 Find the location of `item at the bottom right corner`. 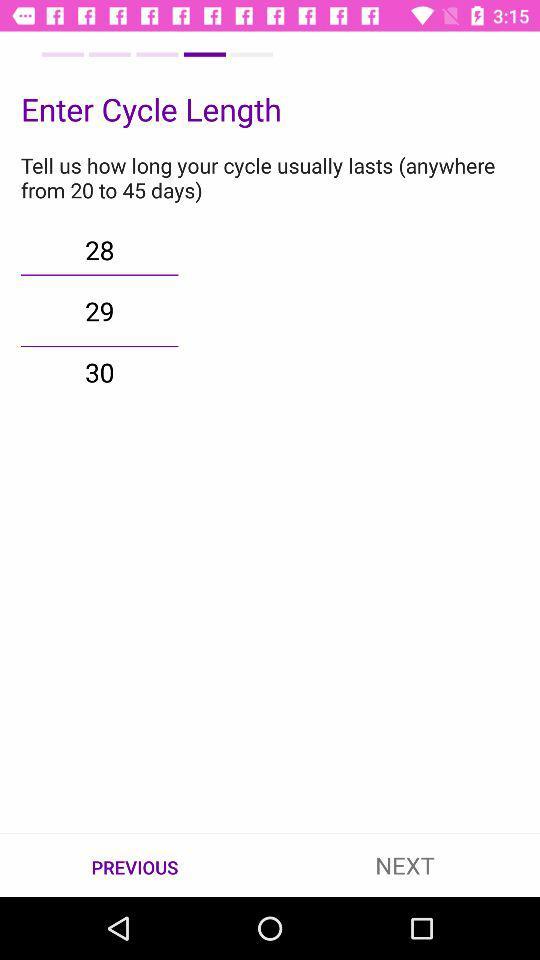

item at the bottom right corner is located at coordinates (405, 864).